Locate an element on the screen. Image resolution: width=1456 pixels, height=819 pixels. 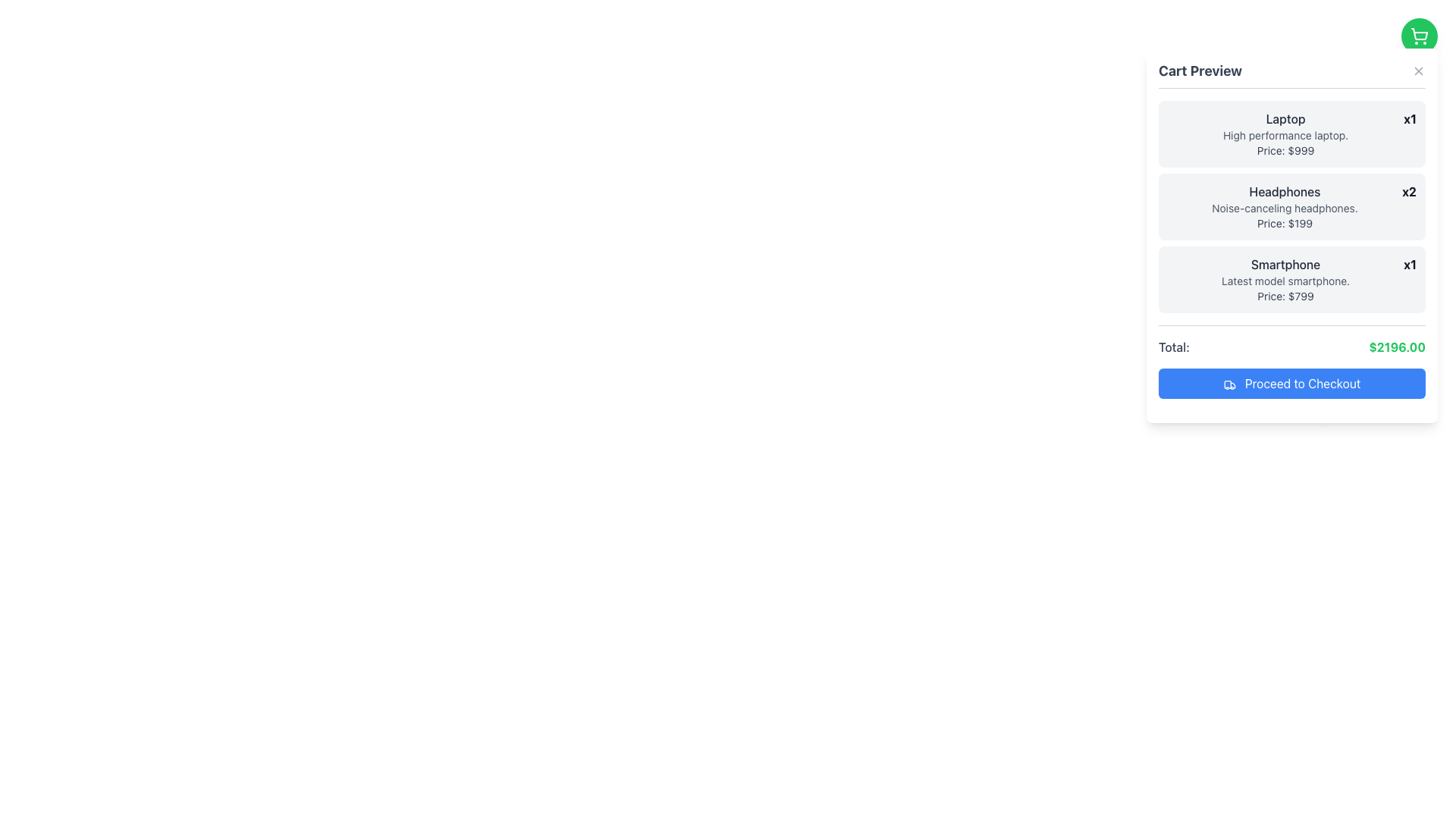
the informational card displaying the text 'Smartphone' with a gray background and rounded corners in the 'Cart Preview' panel is located at coordinates (1291, 280).